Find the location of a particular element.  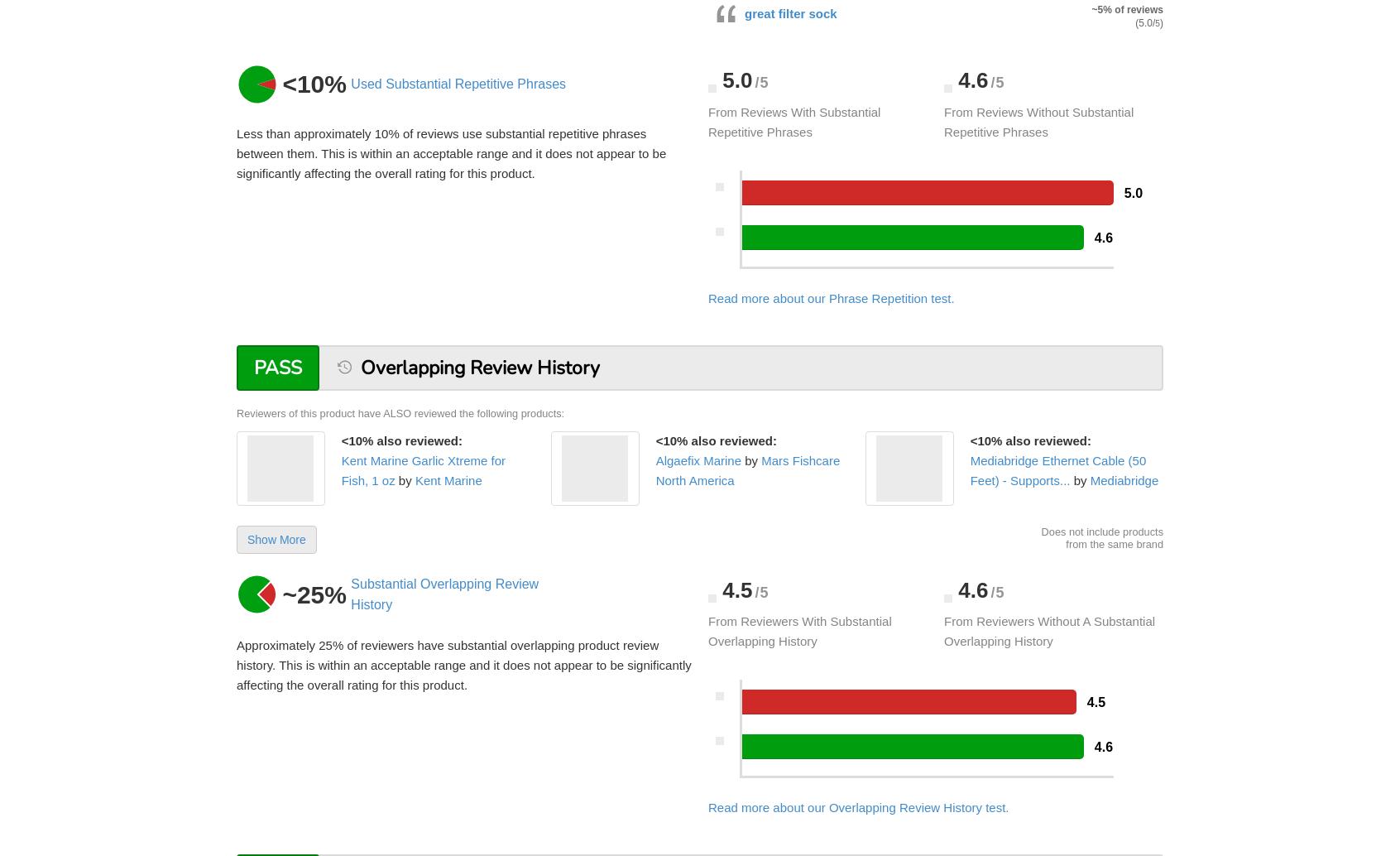

'Kent Marine Garlic Xtreme for Fish, 1 oz' is located at coordinates (423, 469).